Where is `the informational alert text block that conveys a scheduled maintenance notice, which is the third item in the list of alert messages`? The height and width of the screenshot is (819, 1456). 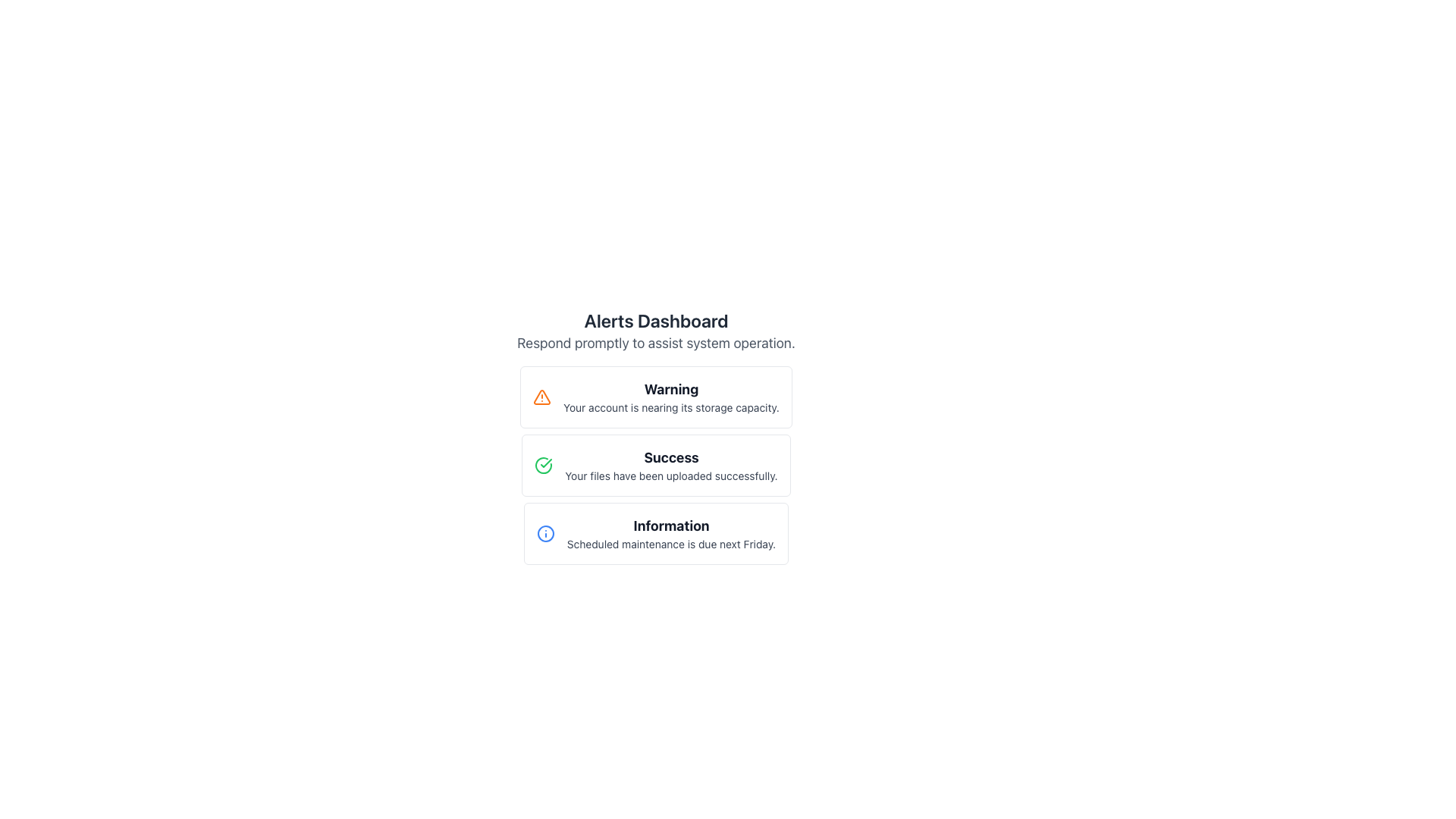
the informational alert text block that conveys a scheduled maintenance notice, which is the third item in the list of alert messages is located at coordinates (670, 533).